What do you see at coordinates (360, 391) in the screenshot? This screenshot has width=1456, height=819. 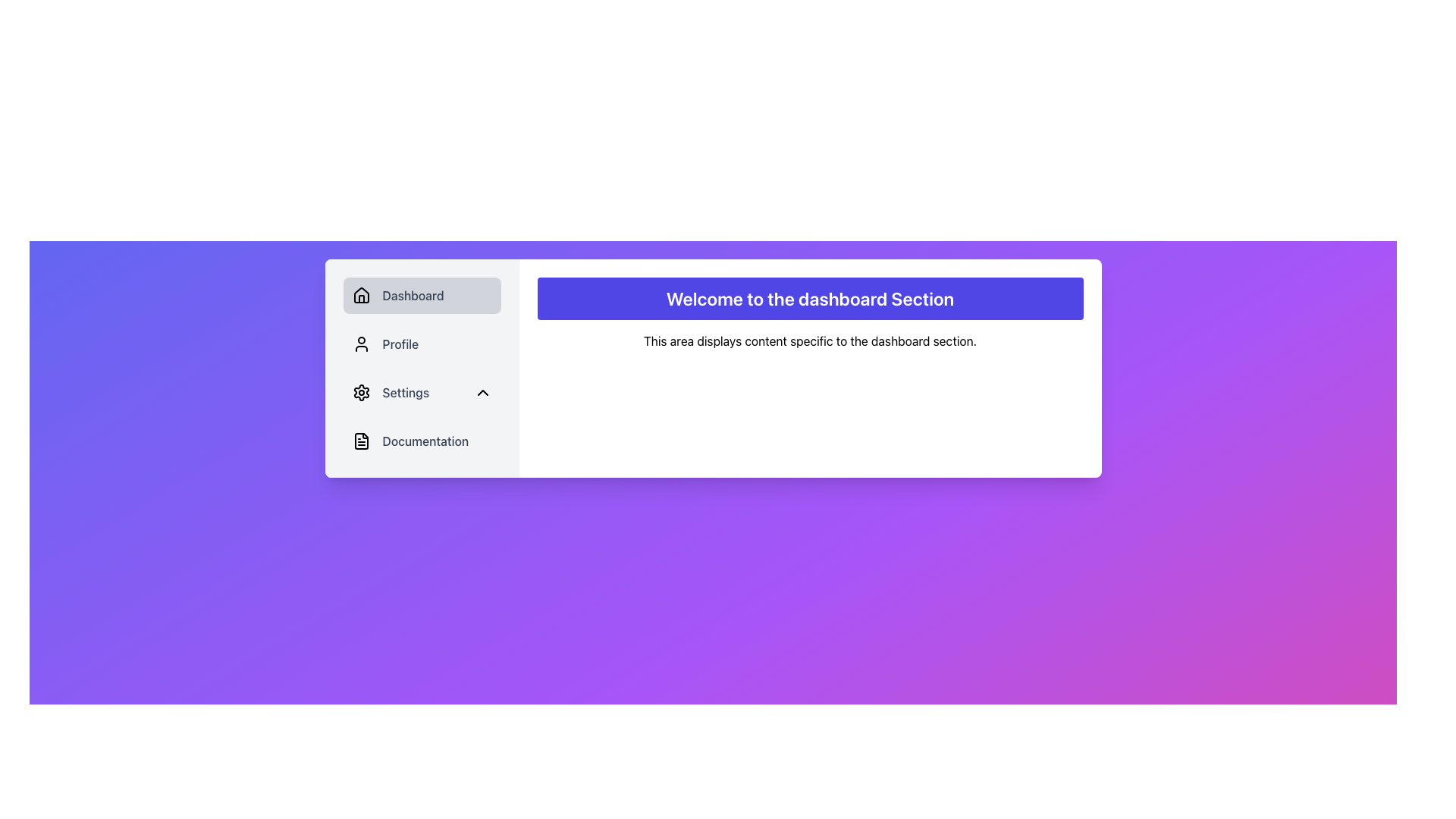 I see `the gear icon associated with the 'Settings' text in the left navigation menu` at bounding box center [360, 391].